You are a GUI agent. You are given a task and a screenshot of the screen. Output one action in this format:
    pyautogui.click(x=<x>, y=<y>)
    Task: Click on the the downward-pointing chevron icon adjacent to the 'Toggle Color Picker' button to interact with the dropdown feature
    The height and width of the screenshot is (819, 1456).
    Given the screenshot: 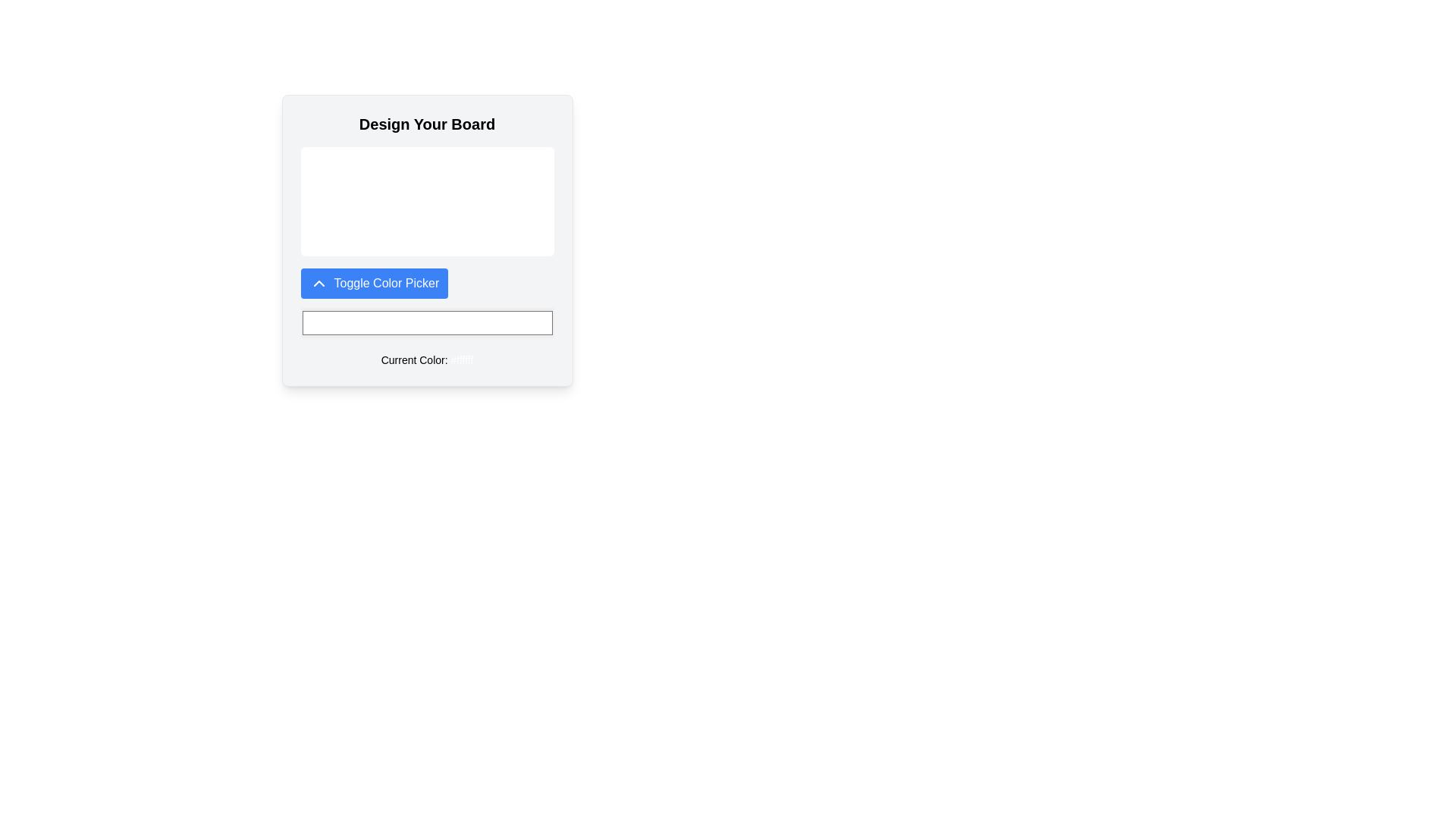 What is the action you would take?
    pyautogui.click(x=318, y=284)
    